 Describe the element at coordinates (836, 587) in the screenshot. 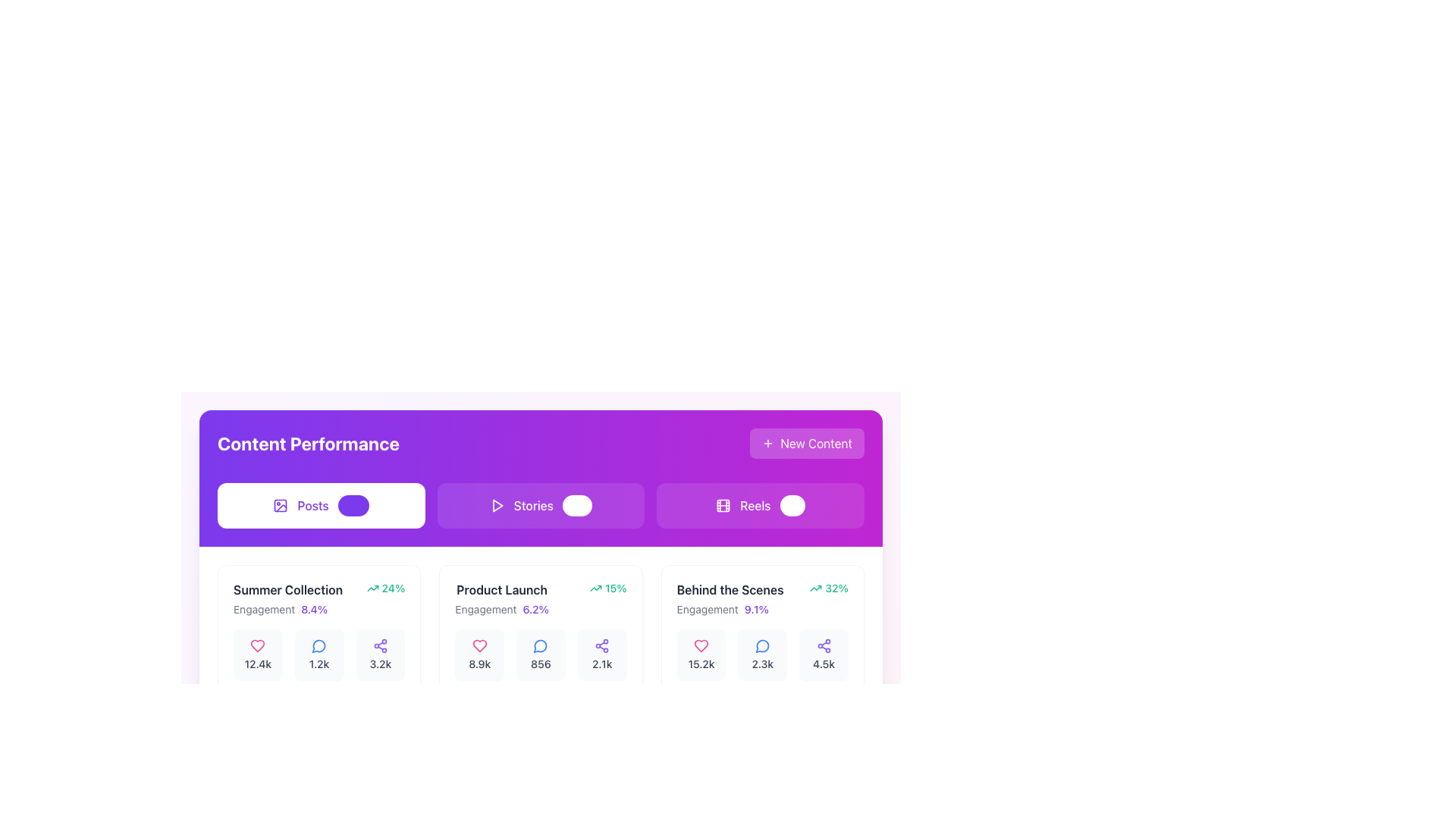

I see `the Text Label displaying '32%' in green color, which is positioned near the upper-right corner of the card labeled 'Behind the Scenes', adjacent to a trending-up icon` at that location.